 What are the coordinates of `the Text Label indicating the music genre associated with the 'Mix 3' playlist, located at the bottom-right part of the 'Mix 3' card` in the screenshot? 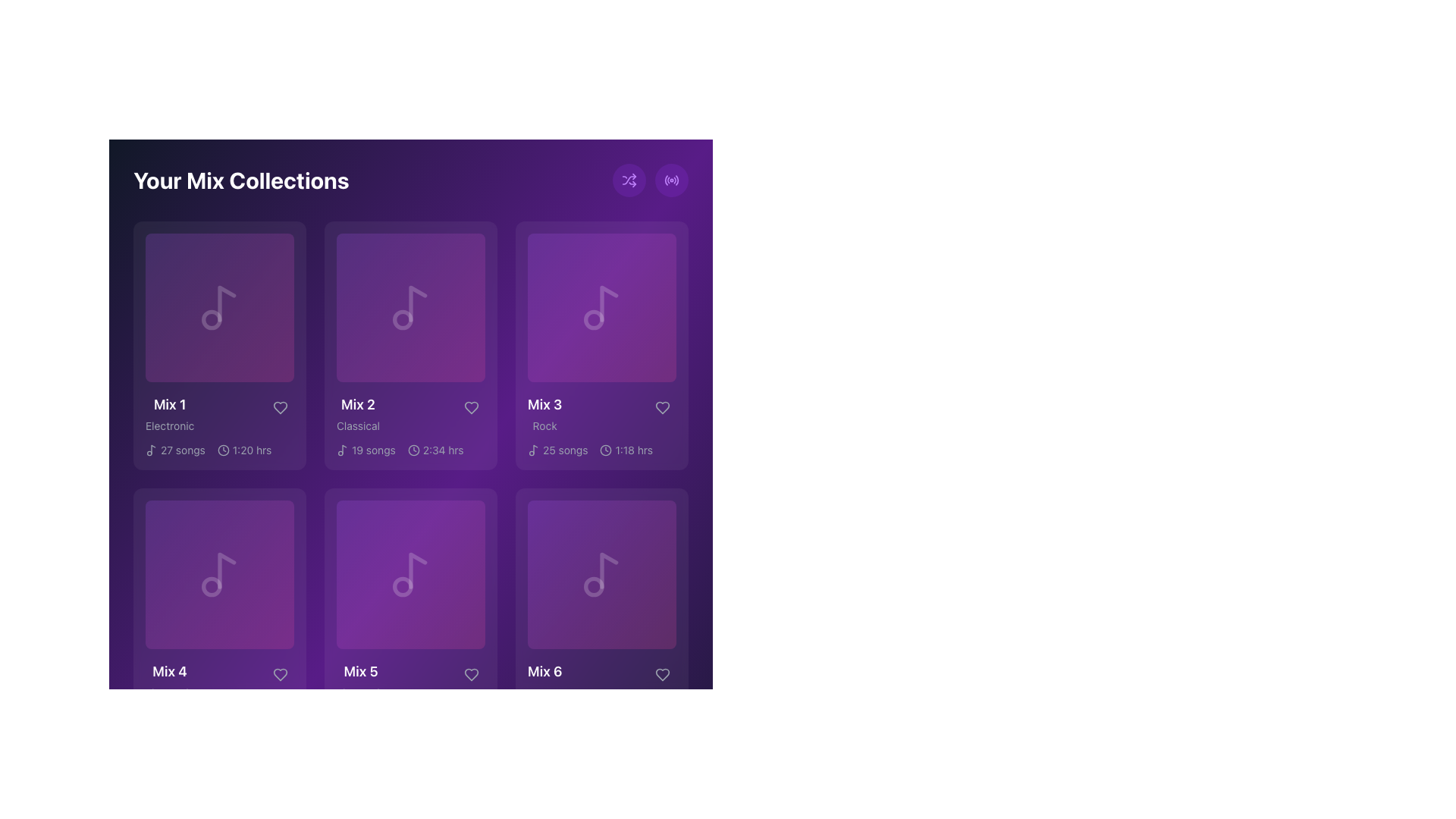 It's located at (544, 426).